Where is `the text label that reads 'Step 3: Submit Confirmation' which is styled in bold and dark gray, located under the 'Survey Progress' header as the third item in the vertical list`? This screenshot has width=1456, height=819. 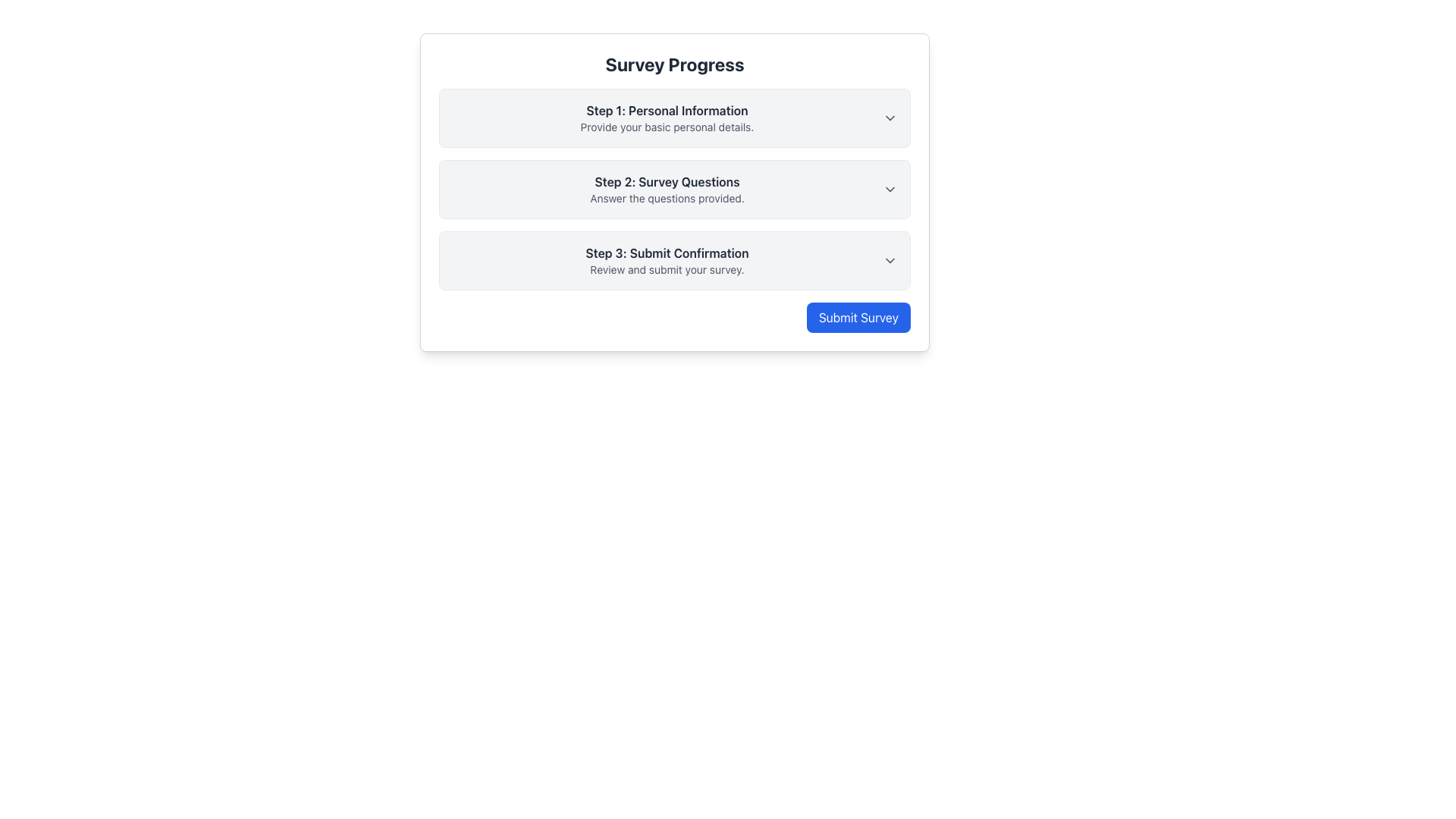 the text label that reads 'Step 3: Submit Confirmation' which is styled in bold and dark gray, located under the 'Survey Progress' header as the third item in the vertical list is located at coordinates (667, 259).